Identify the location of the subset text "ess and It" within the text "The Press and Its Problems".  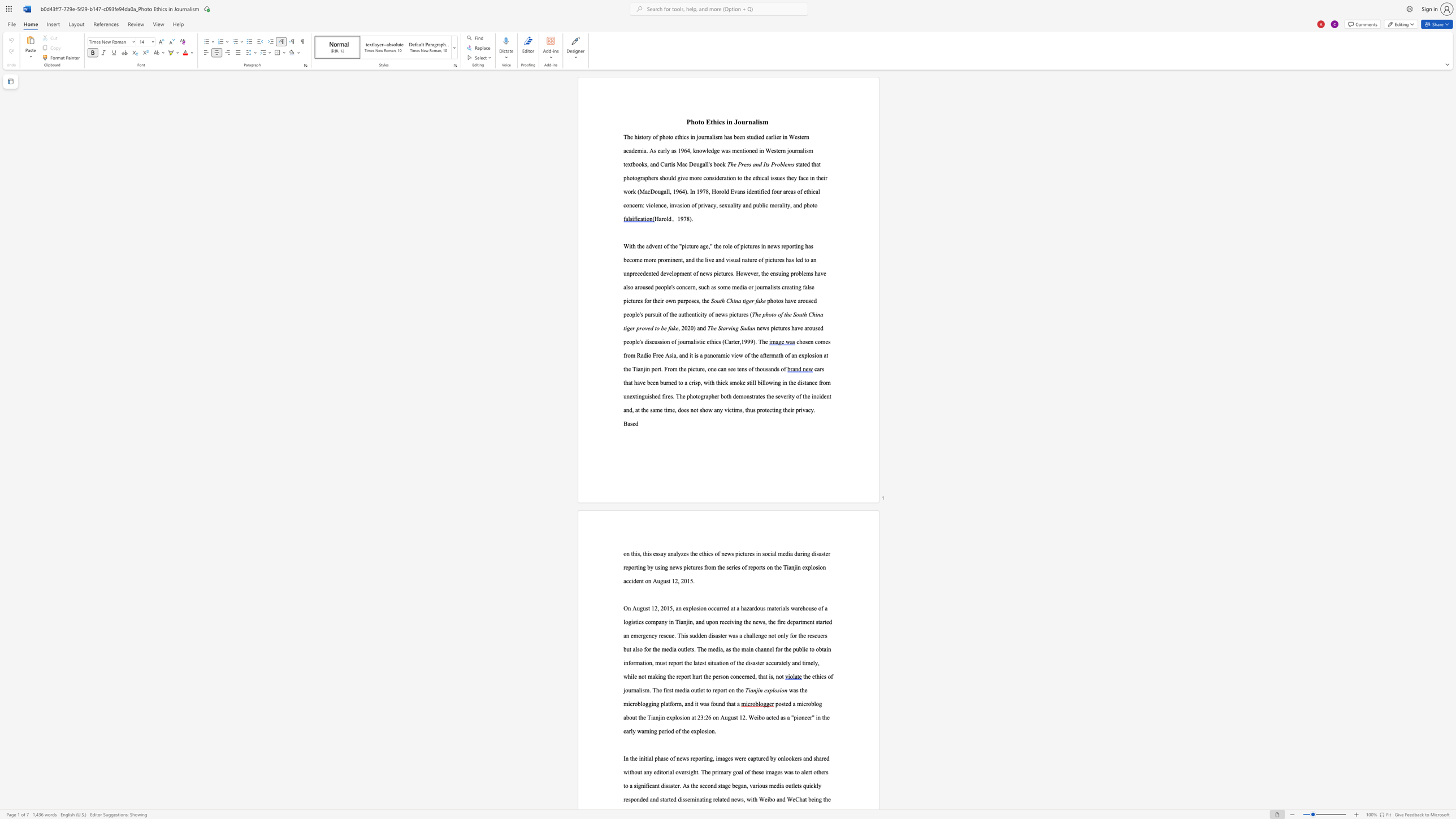
(743, 164).